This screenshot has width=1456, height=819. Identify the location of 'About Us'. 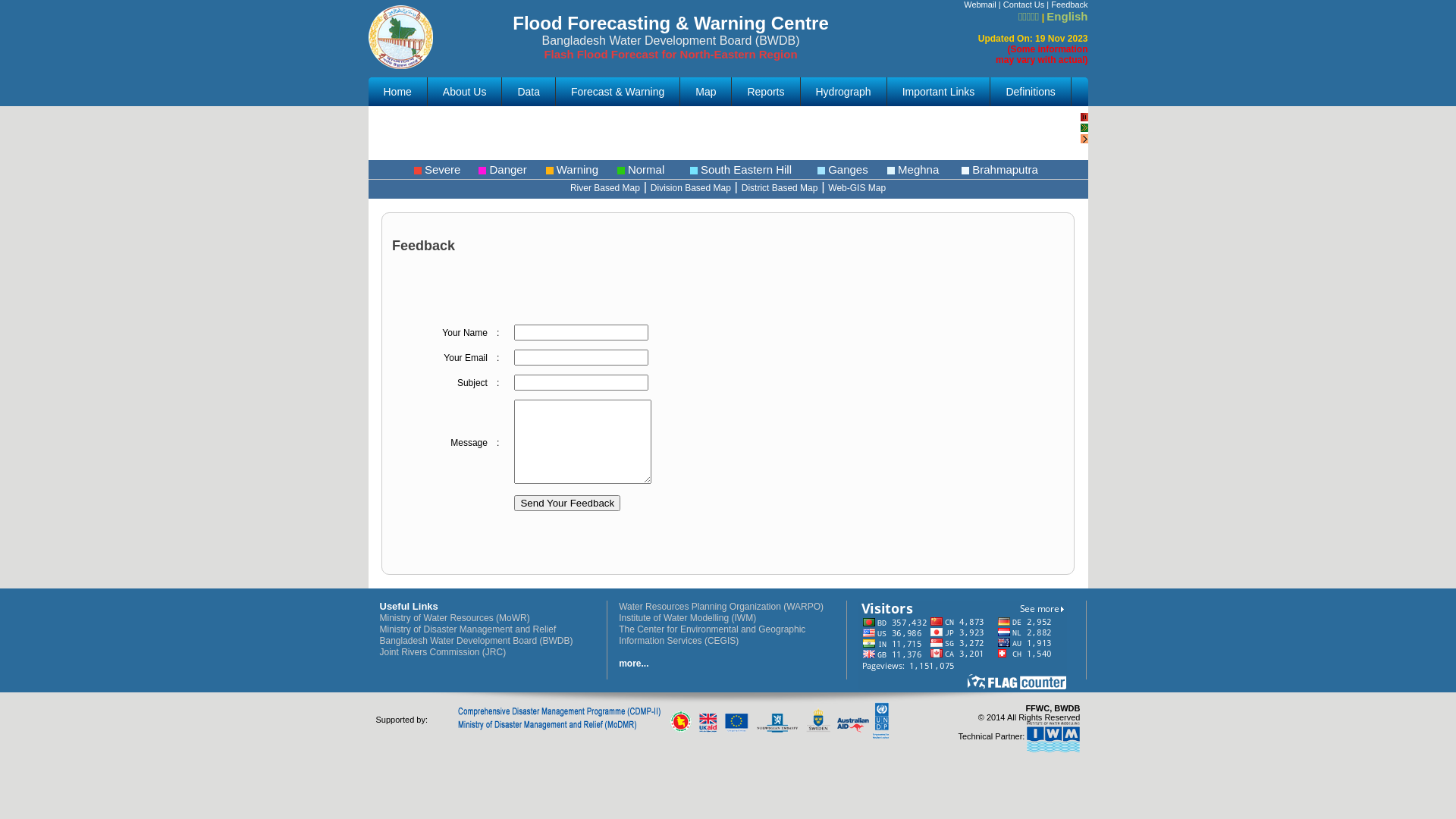
(464, 91).